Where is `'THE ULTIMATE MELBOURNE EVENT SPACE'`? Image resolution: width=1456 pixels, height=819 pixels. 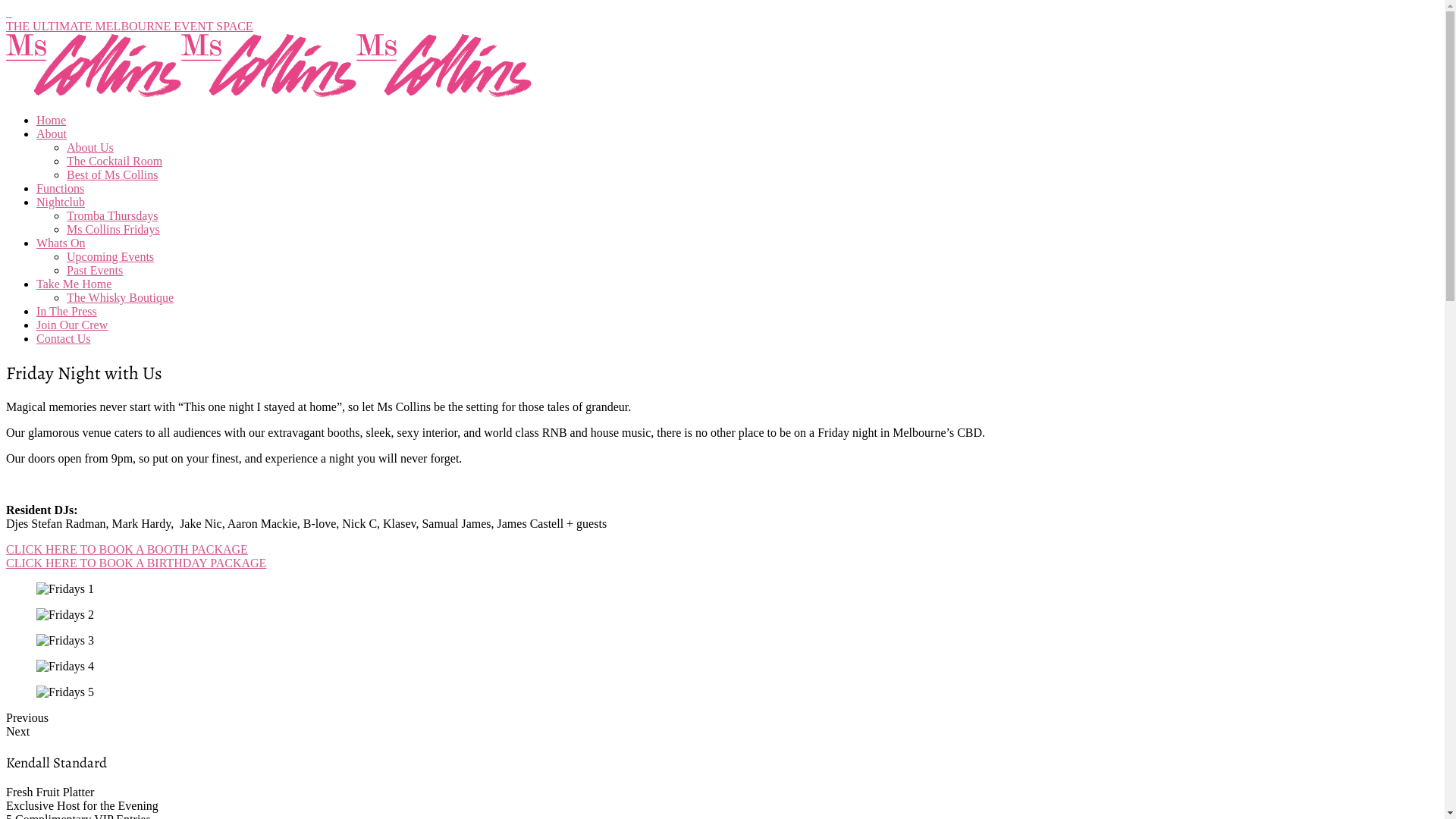 'THE ULTIMATE MELBOURNE EVENT SPACE' is located at coordinates (130, 26).